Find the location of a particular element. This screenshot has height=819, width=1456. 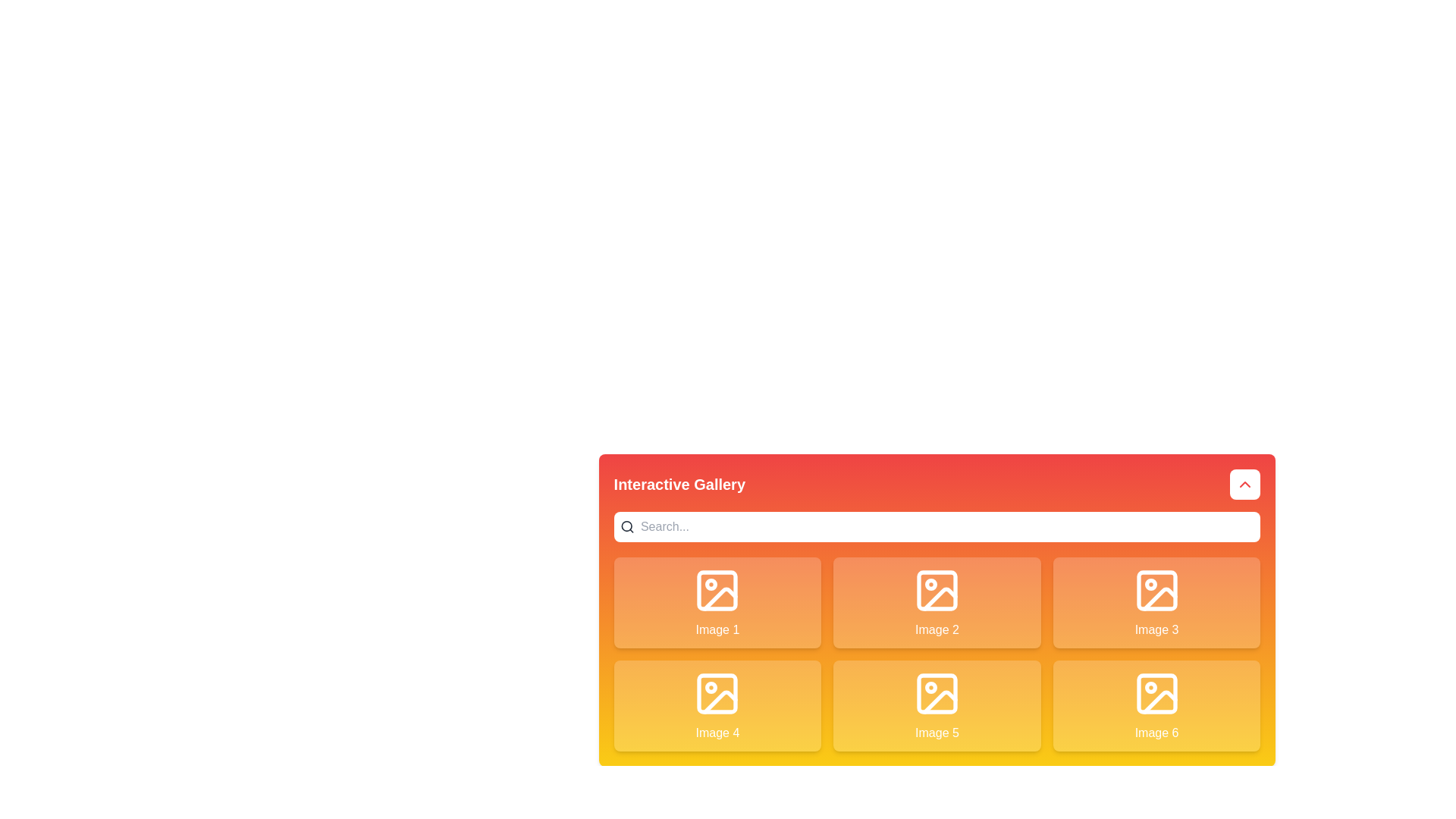

Circle element located inside the SVG image icon of 'Image 3', the third thumbnail in the top row of the grid layout is located at coordinates (1150, 584).